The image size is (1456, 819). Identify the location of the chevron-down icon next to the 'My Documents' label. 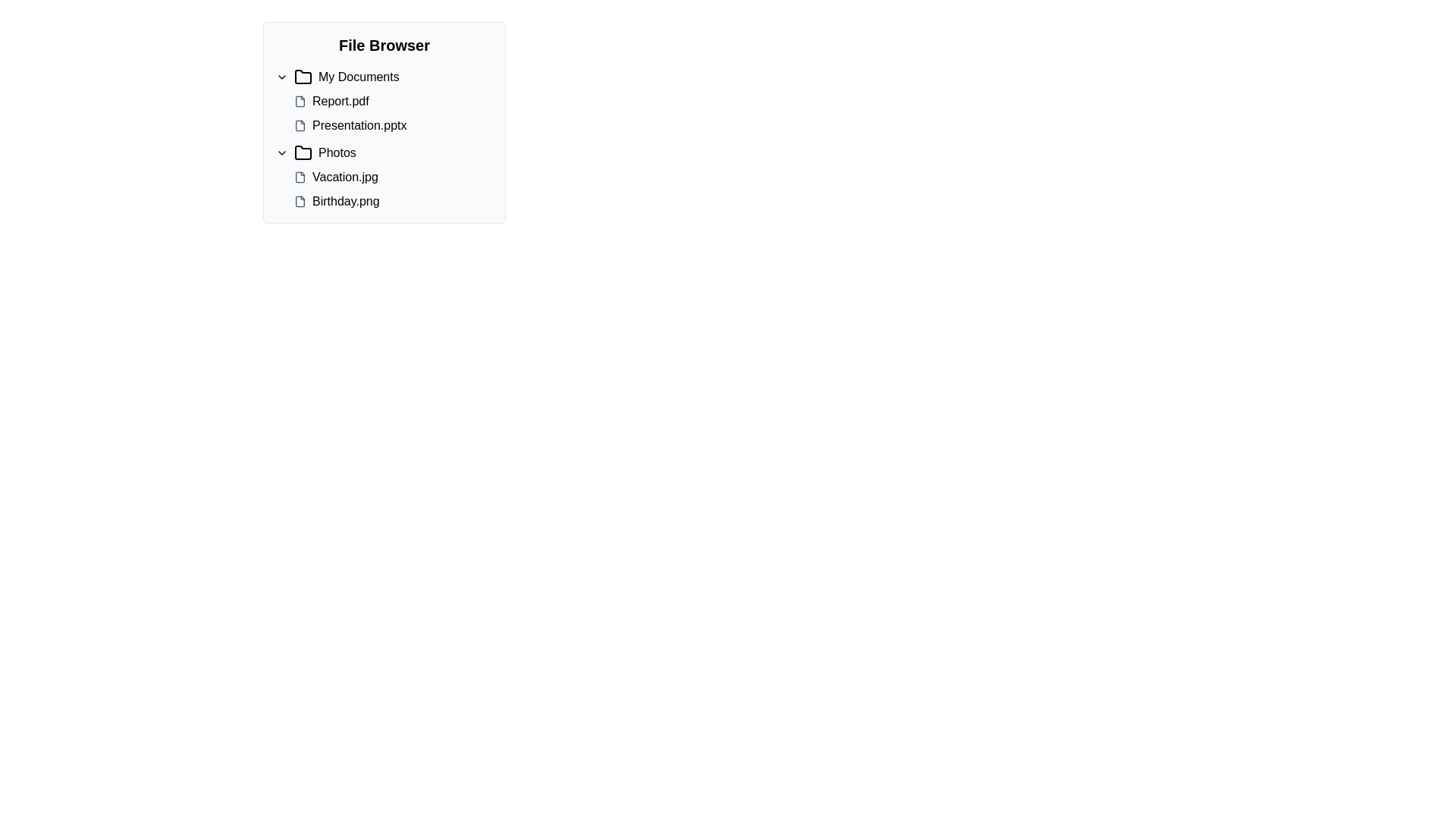
(282, 77).